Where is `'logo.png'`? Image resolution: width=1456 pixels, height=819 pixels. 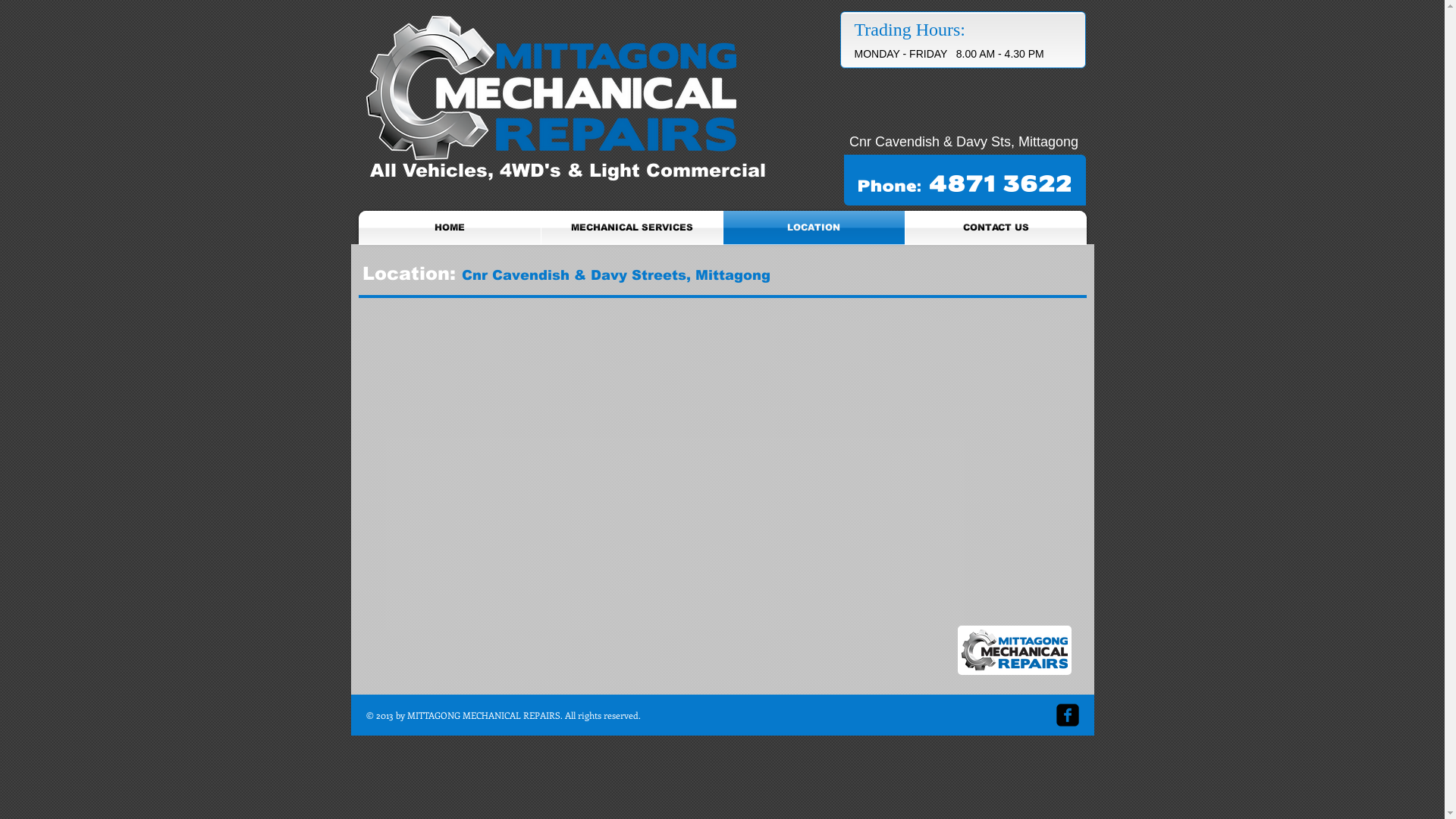 'logo.png' is located at coordinates (1014, 649).